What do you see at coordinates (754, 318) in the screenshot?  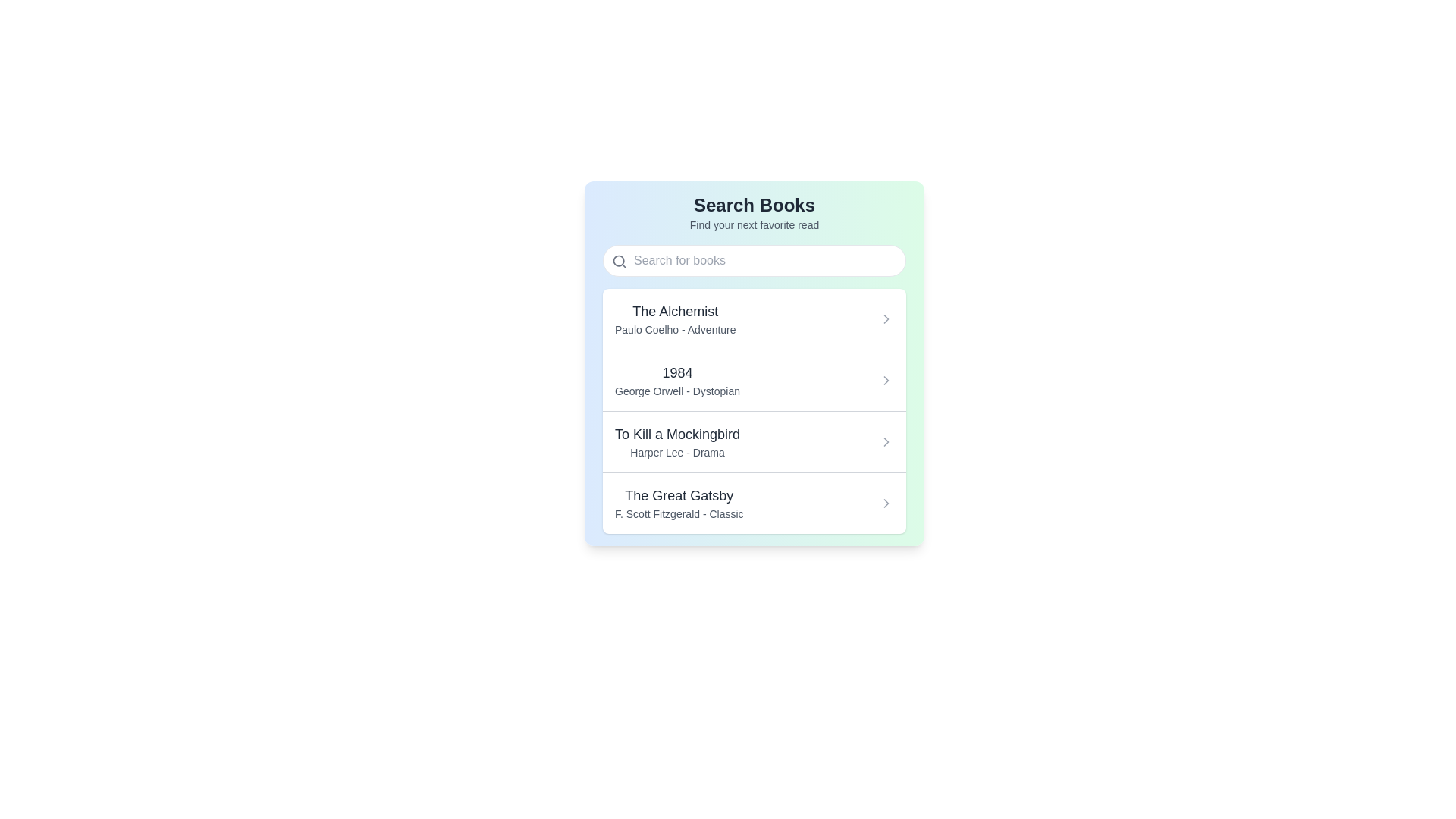 I see `the first list item about 'The Alchemist'` at bounding box center [754, 318].